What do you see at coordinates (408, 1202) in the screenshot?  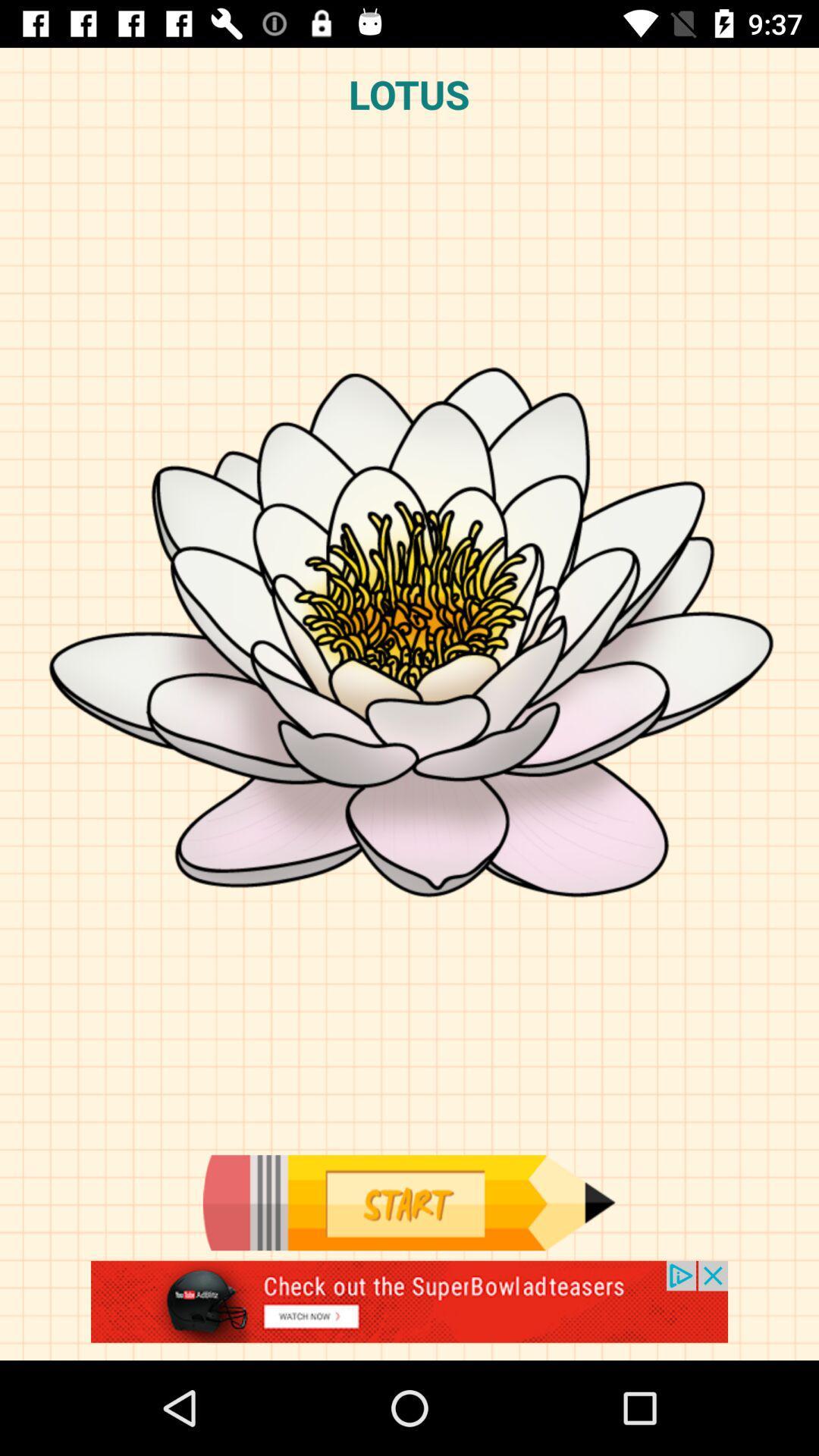 I see `start` at bounding box center [408, 1202].